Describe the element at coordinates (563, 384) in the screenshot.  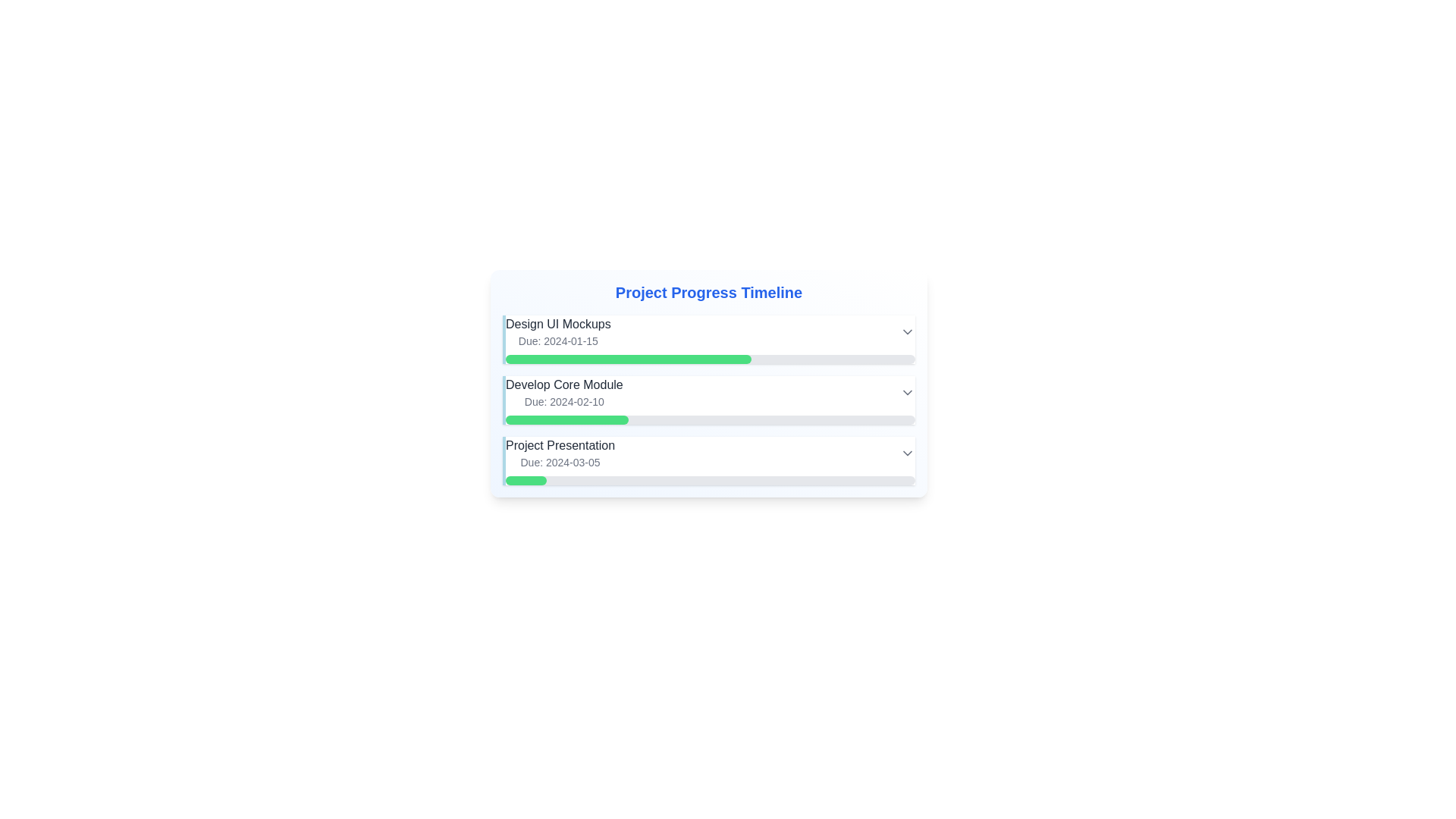
I see `the text label that indicates the task name within the project timeline, positioned between 'Design UI Mockups' and 'Project Presentation'` at that location.